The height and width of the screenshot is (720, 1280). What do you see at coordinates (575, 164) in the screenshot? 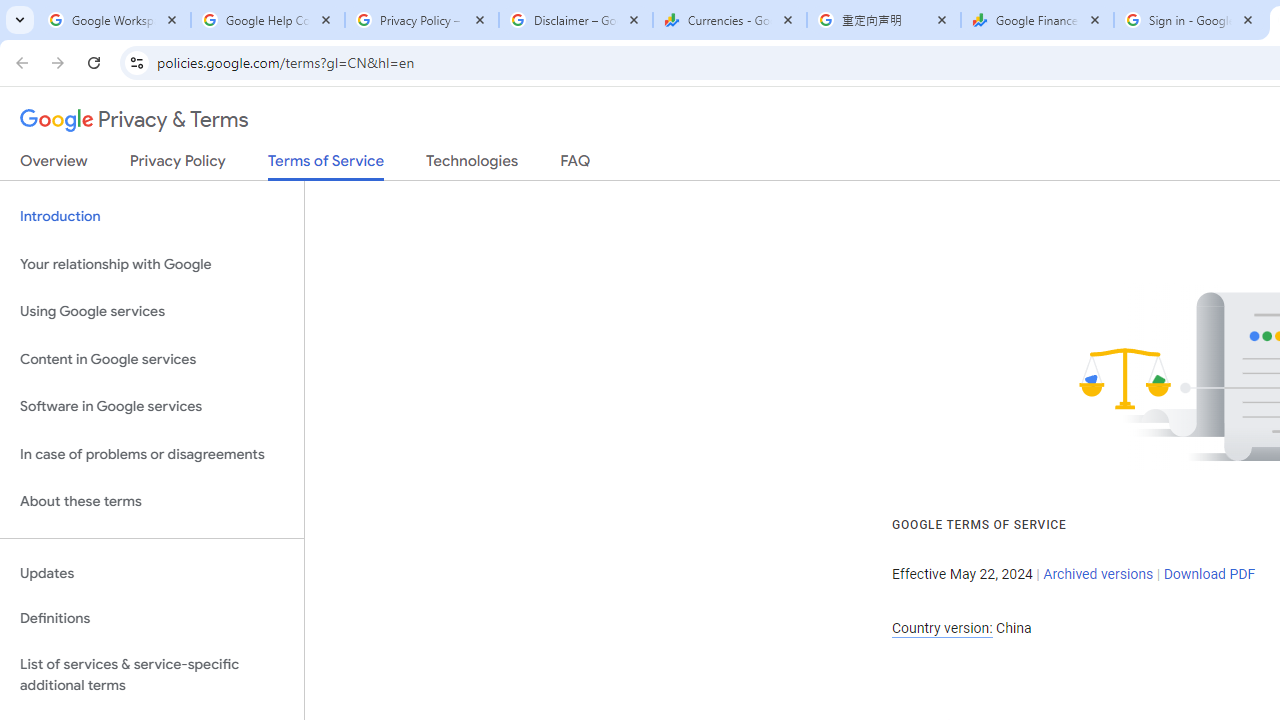
I see `'FAQ'` at bounding box center [575, 164].